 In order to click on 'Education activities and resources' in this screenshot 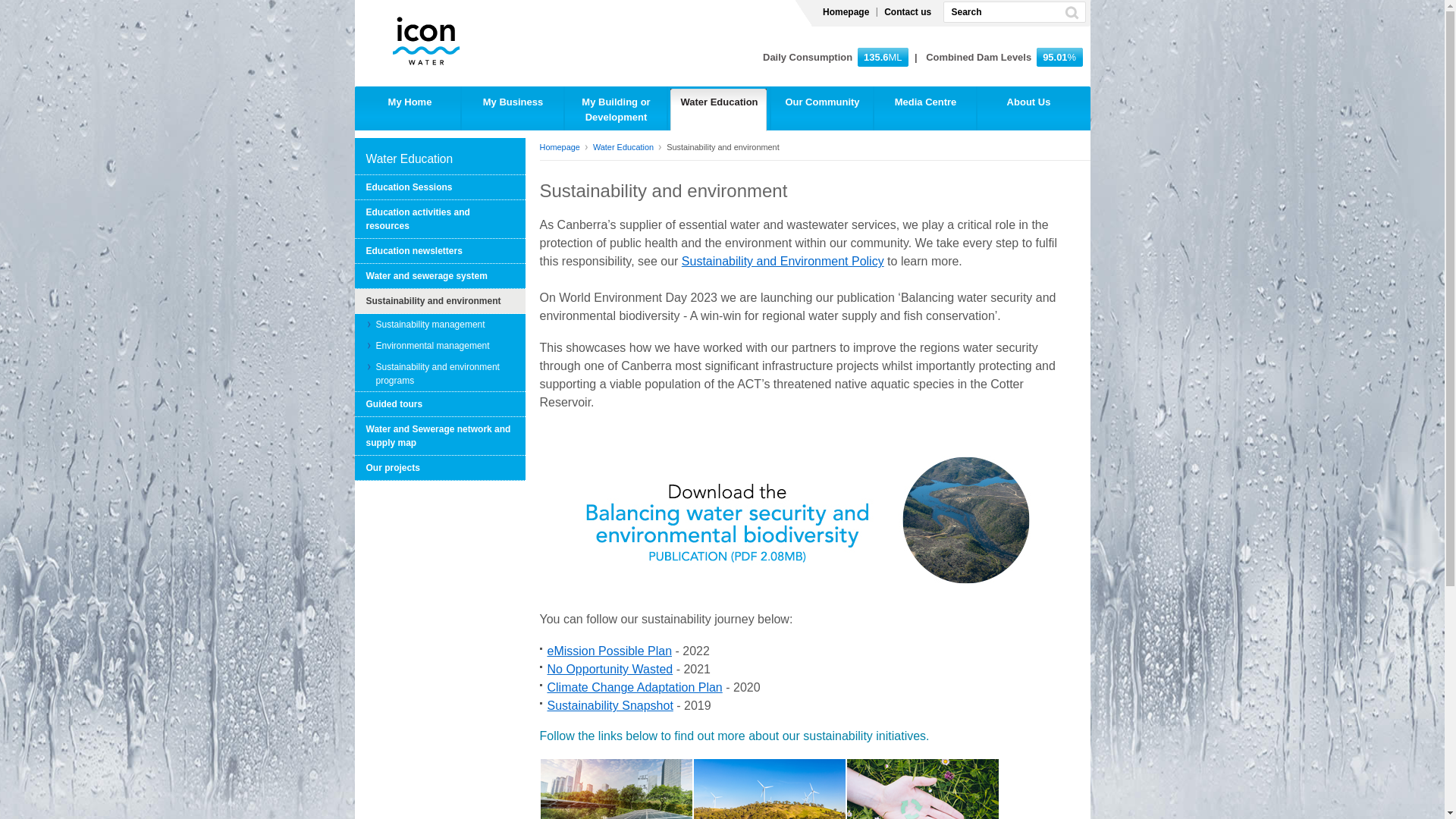, I will do `click(439, 219)`.